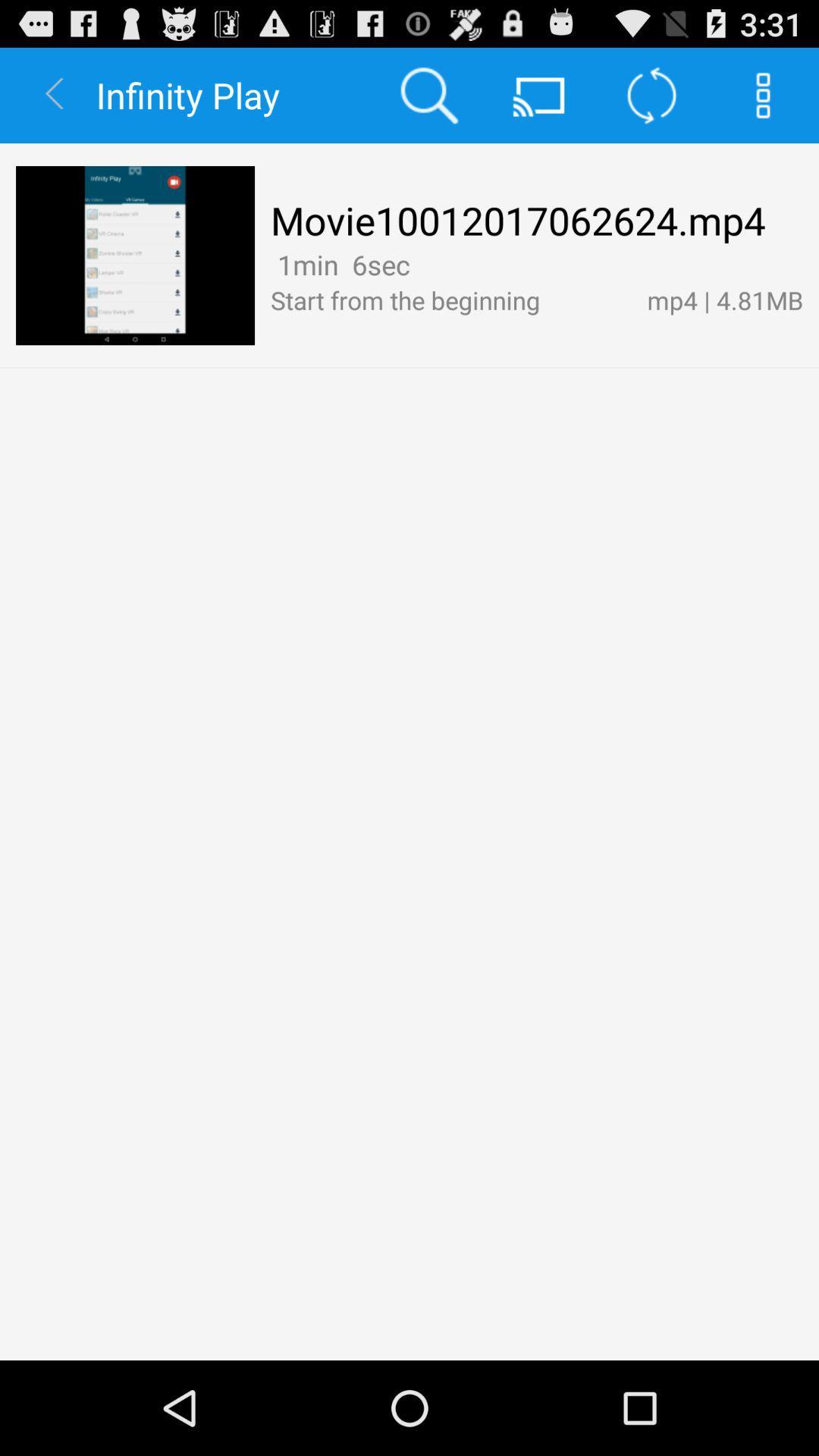  I want to click on app next to the mp4 | 4.81mb item, so click(450, 300).